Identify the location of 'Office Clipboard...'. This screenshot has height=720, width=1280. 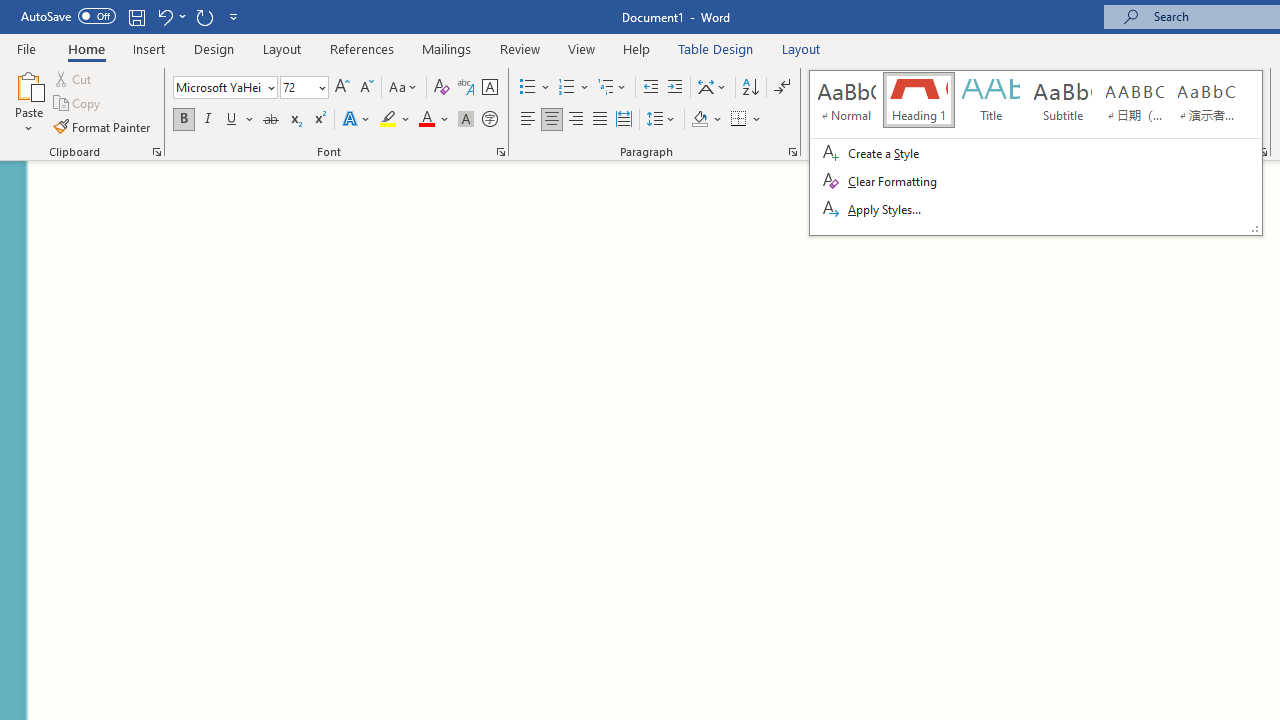
(155, 150).